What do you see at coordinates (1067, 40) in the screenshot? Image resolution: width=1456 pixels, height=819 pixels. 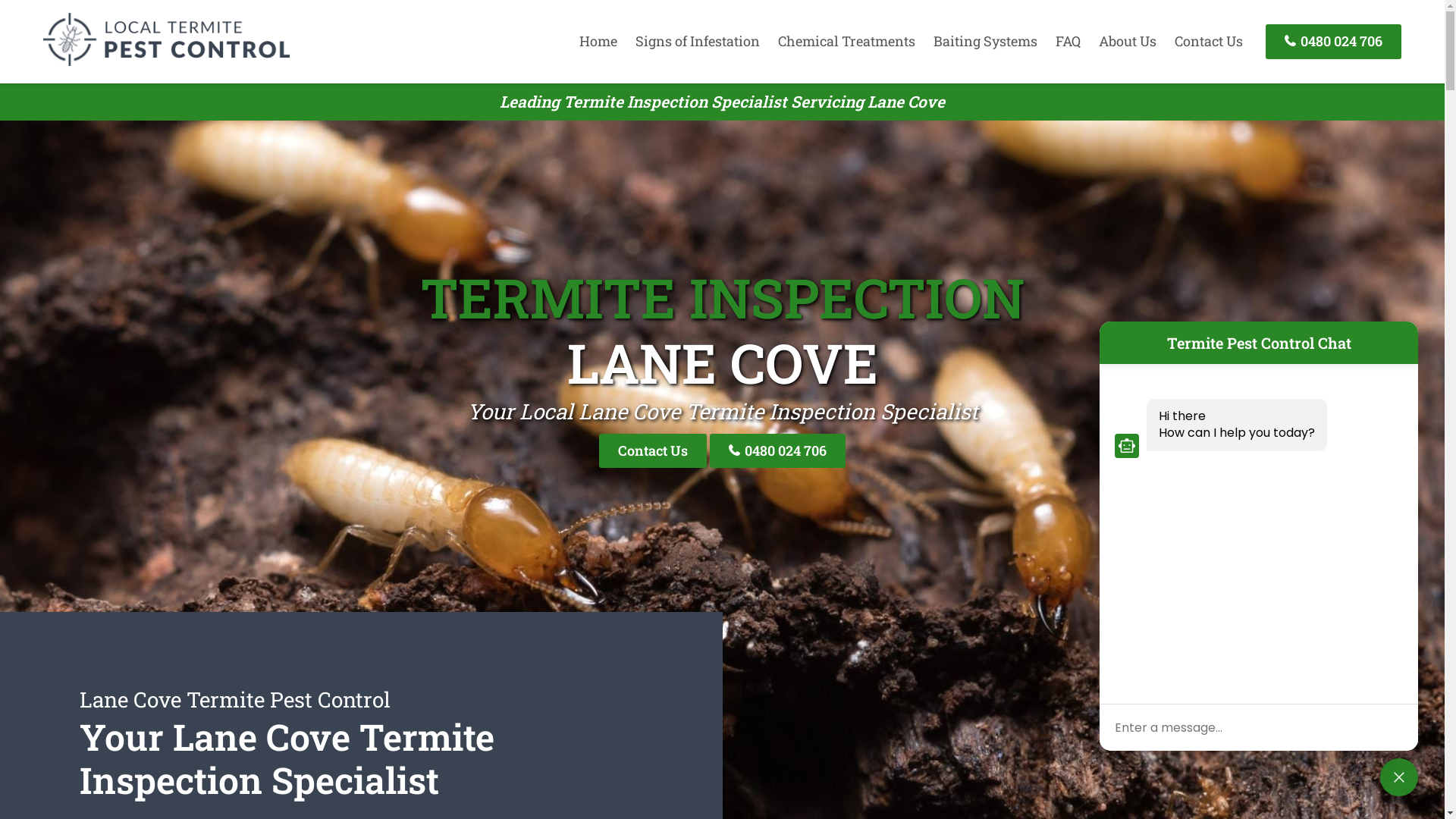 I see `'FAQ'` at bounding box center [1067, 40].